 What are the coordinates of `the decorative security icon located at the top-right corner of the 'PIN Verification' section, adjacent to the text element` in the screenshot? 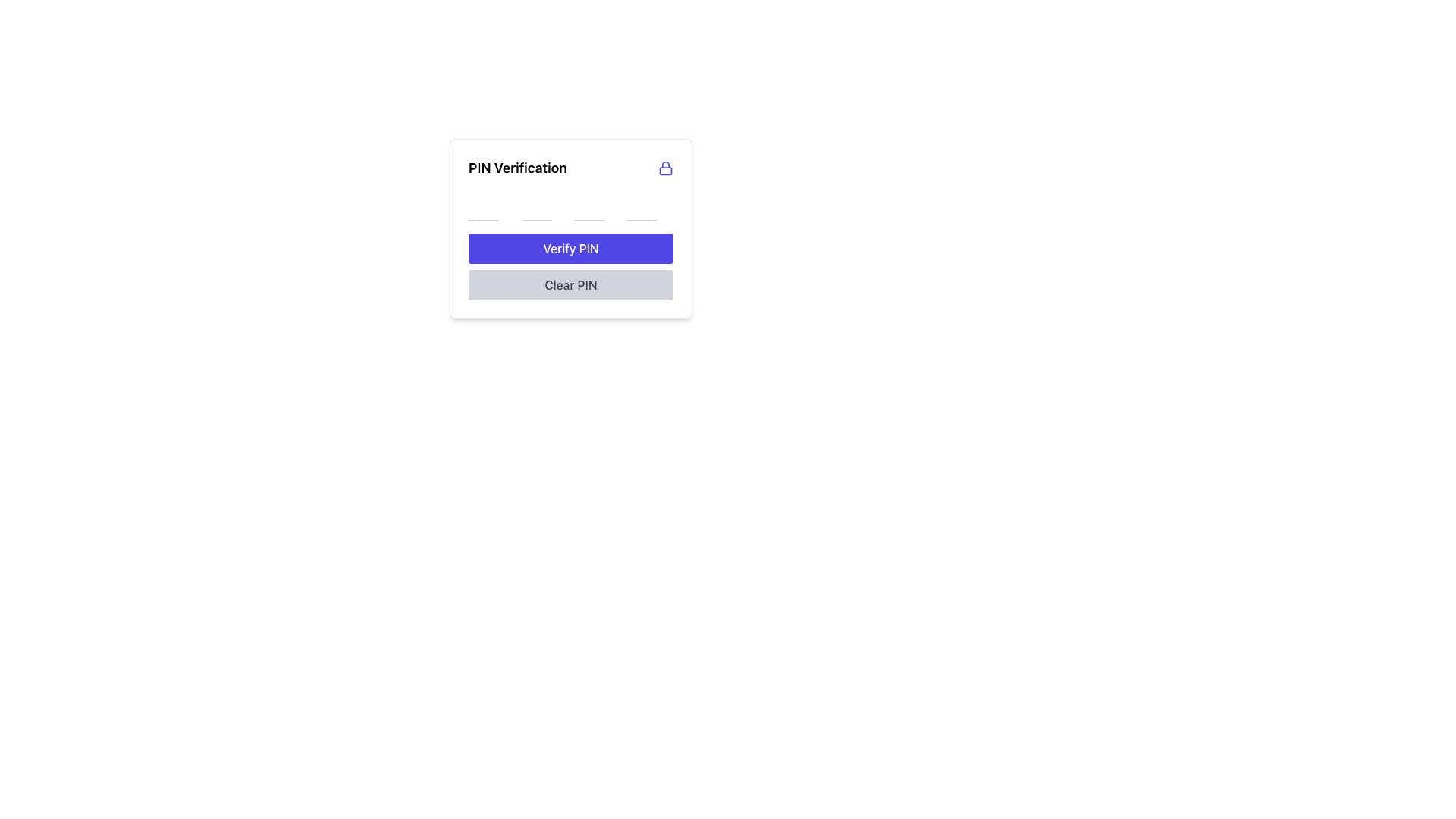 It's located at (666, 168).